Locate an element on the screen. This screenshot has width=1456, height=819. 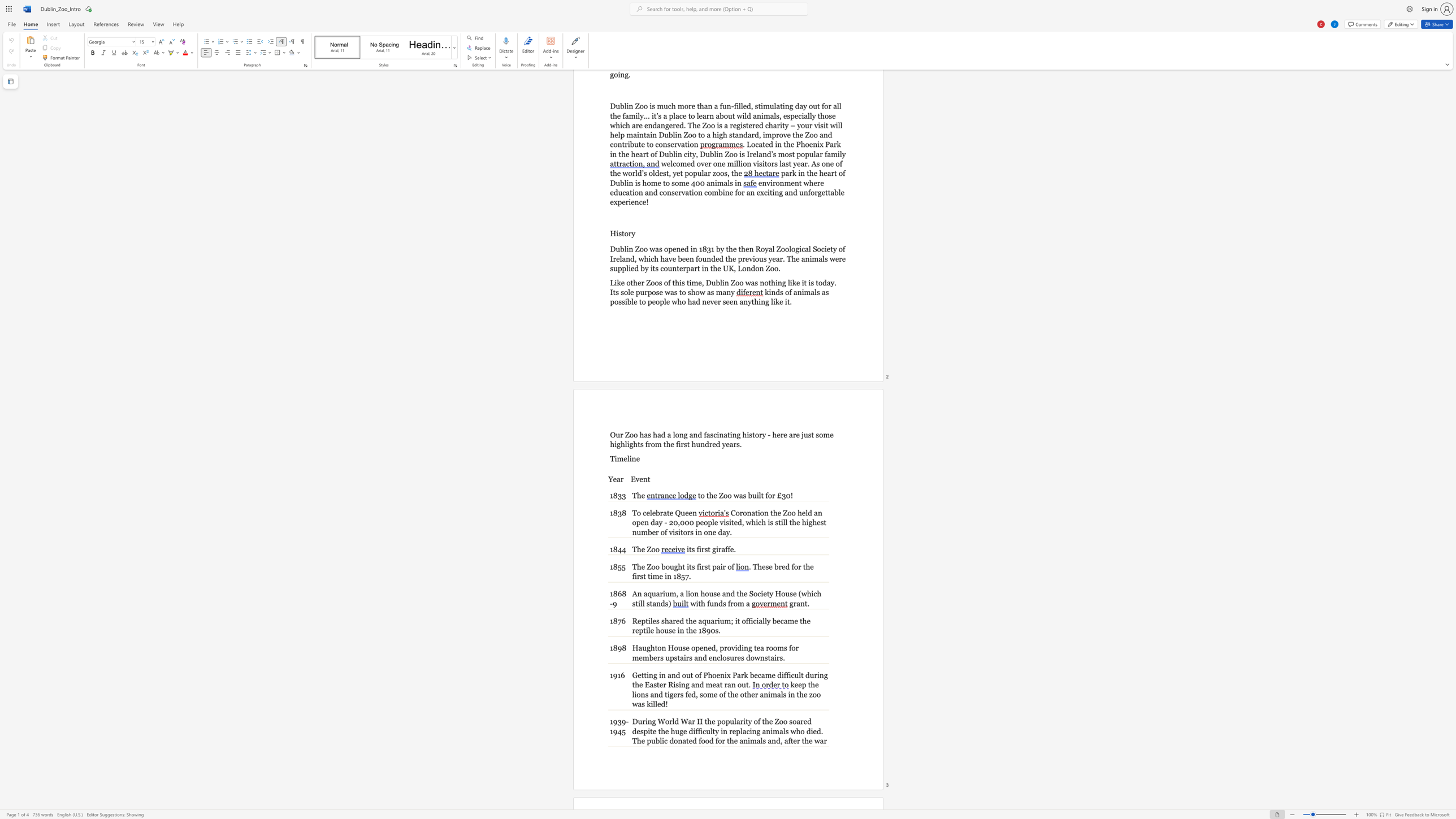
the subset text "ory - he" within the text "Our Zoo has had a long and fascinating history - here are just some highlights from the first hundred years." is located at coordinates (755, 434).